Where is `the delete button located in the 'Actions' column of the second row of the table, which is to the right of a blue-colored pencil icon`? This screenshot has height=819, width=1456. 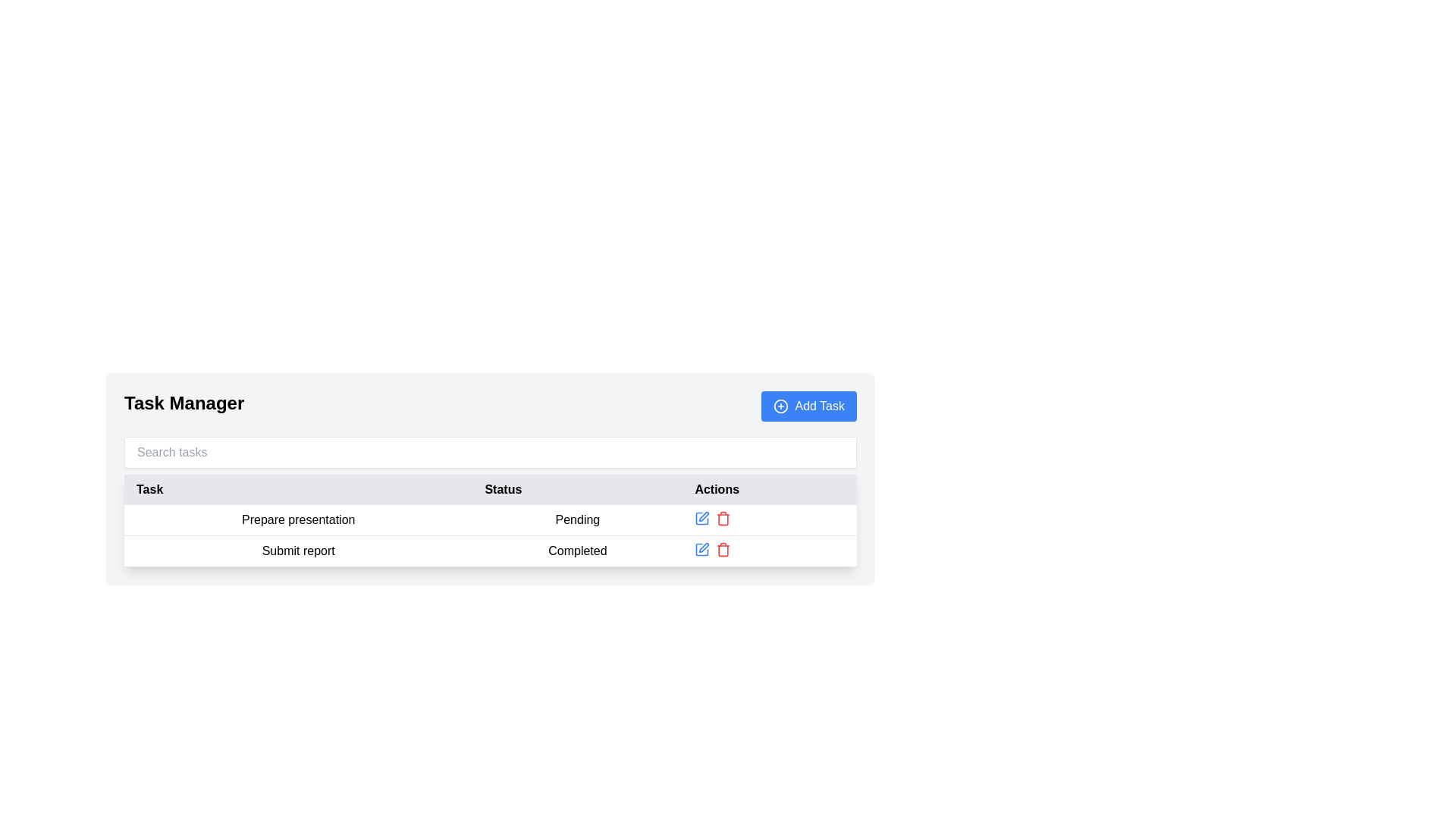 the delete button located in the 'Actions' column of the second row of the table, which is to the right of a blue-colored pencil icon is located at coordinates (723, 550).